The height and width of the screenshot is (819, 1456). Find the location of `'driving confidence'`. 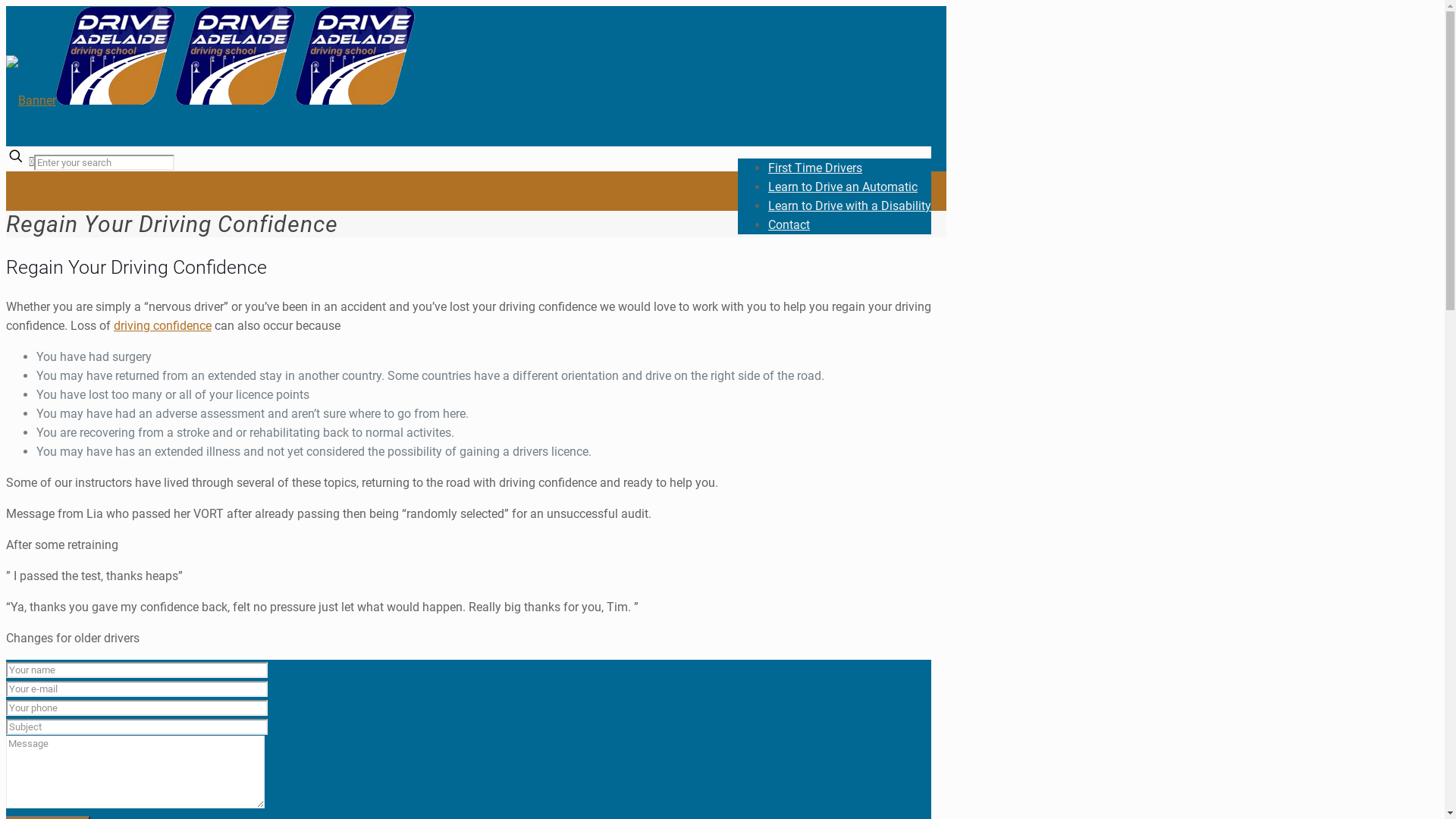

'driving confidence' is located at coordinates (162, 325).